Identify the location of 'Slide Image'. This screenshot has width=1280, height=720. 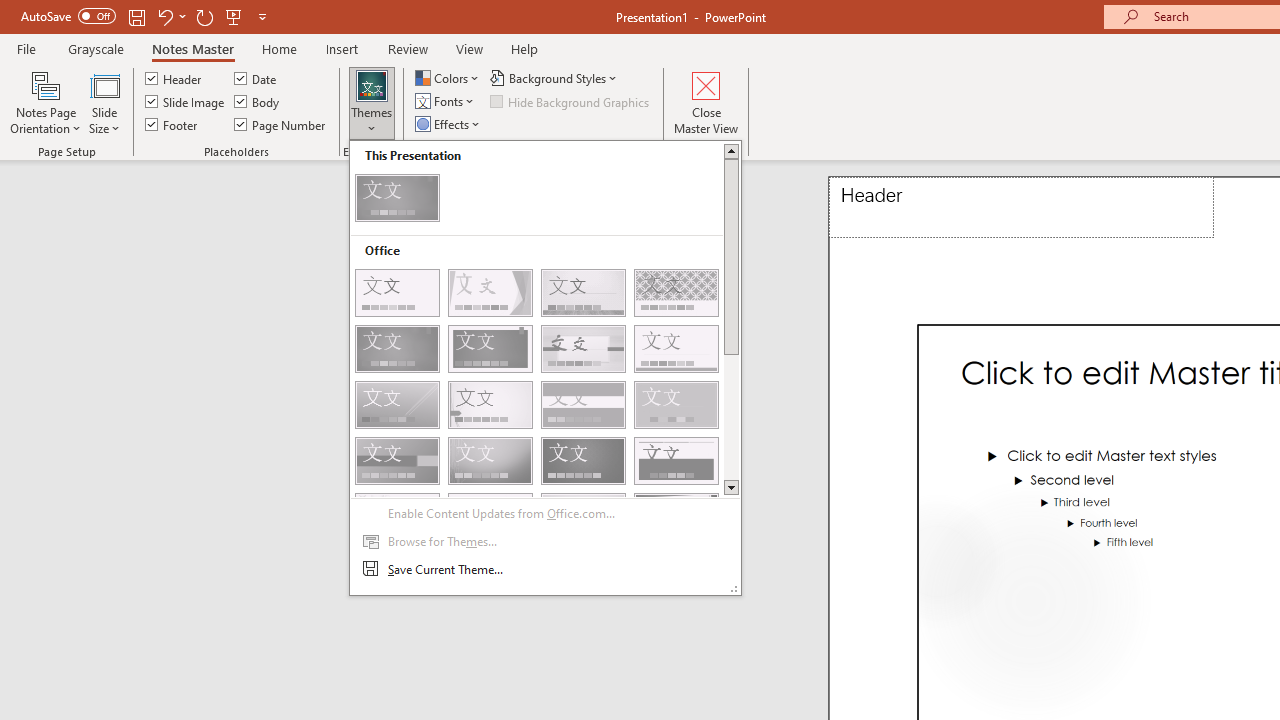
(186, 101).